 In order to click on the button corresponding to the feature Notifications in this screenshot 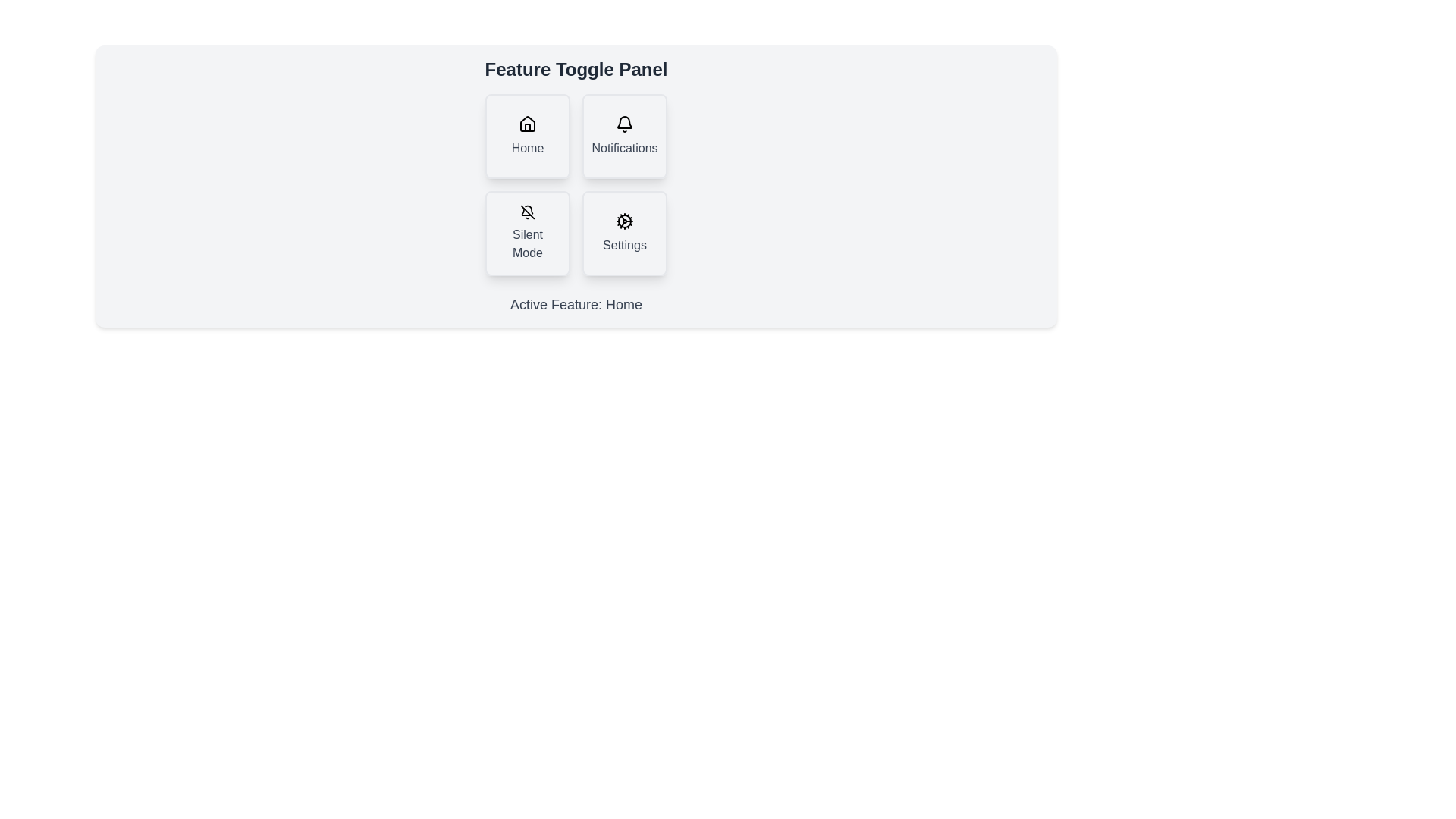, I will do `click(625, 136)`.